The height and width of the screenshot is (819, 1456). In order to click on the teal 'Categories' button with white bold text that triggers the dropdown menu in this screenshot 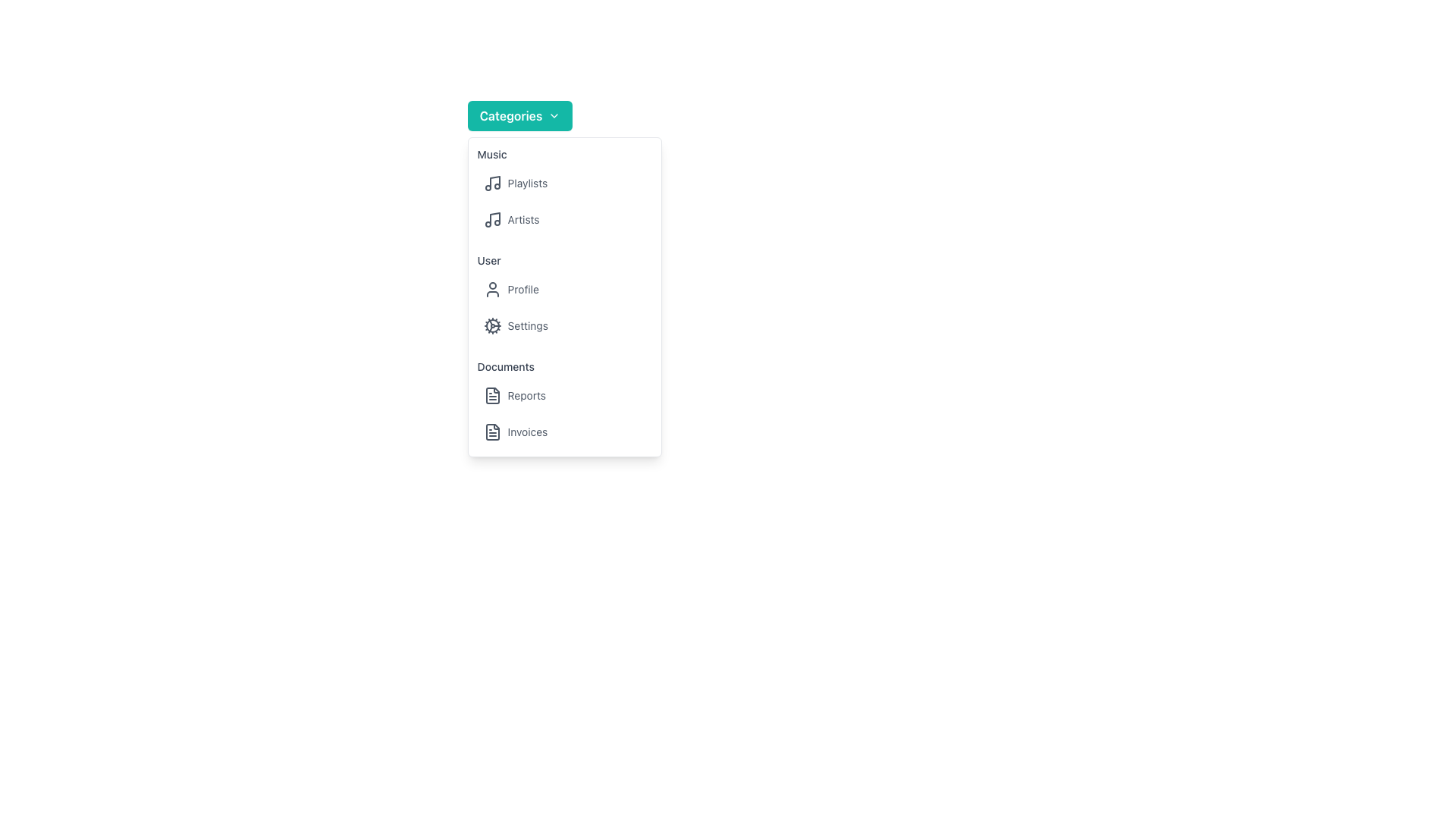, I will do `click(520, 115)`.